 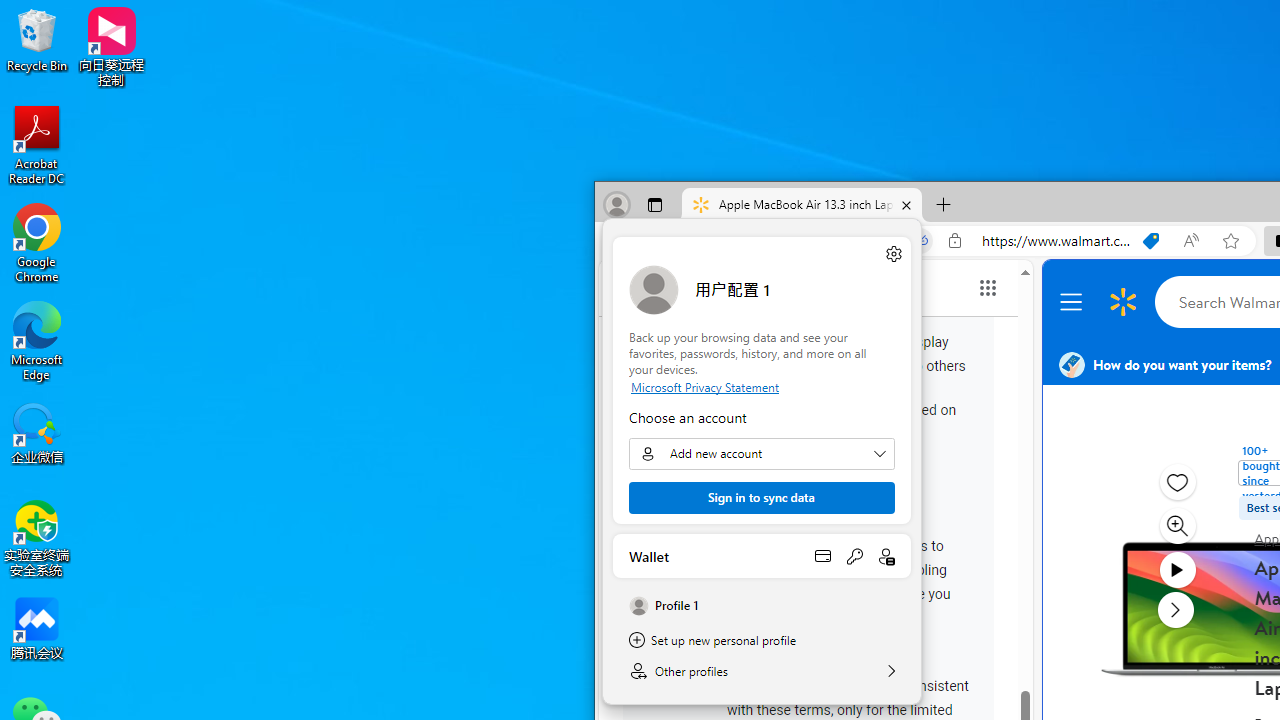 I want to click on 'View video', so click(x=1176, y=570).